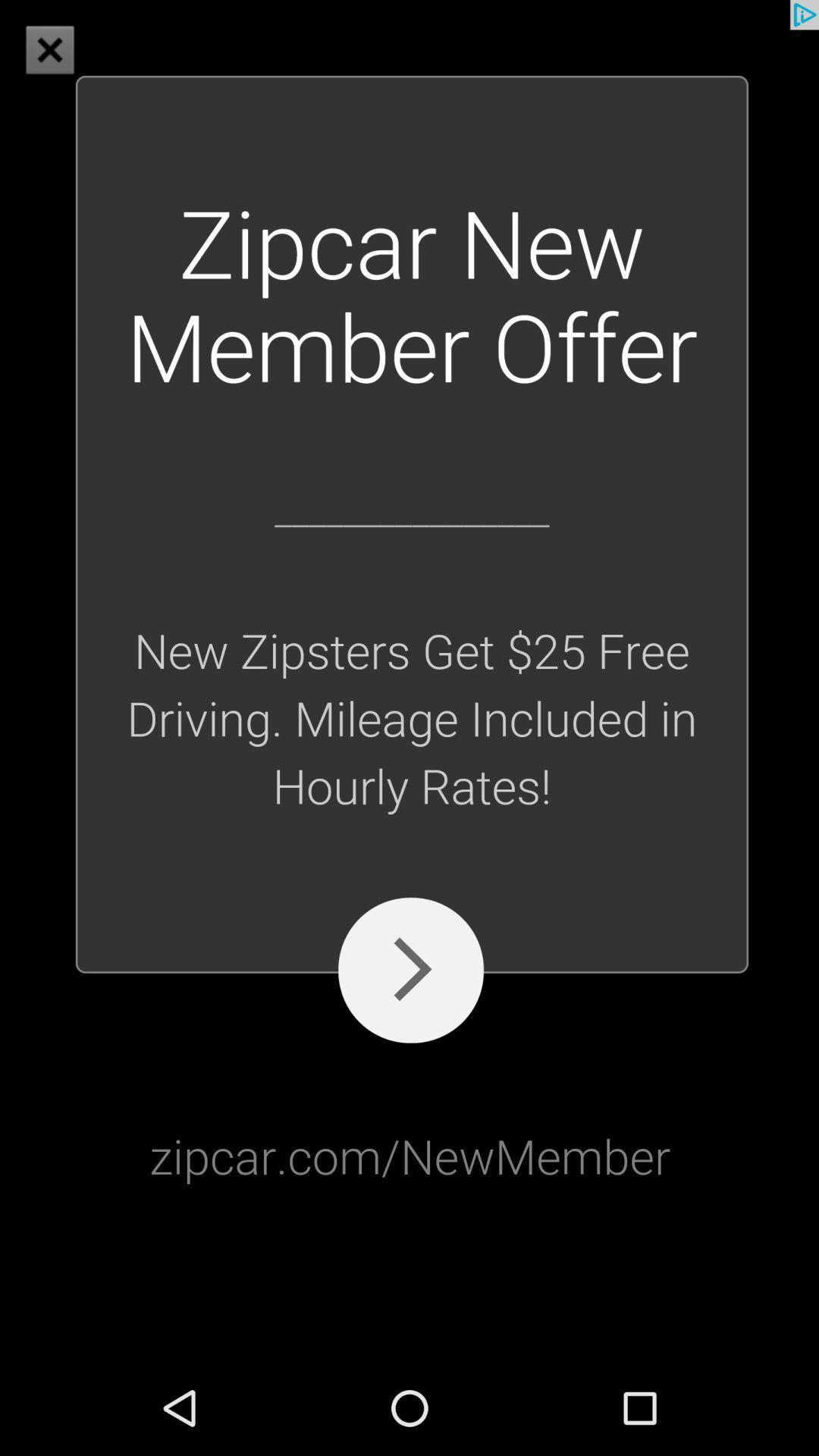 The width and height of the screenshot is (819, 1456). I want to click on the close icon, so click(49, 53).